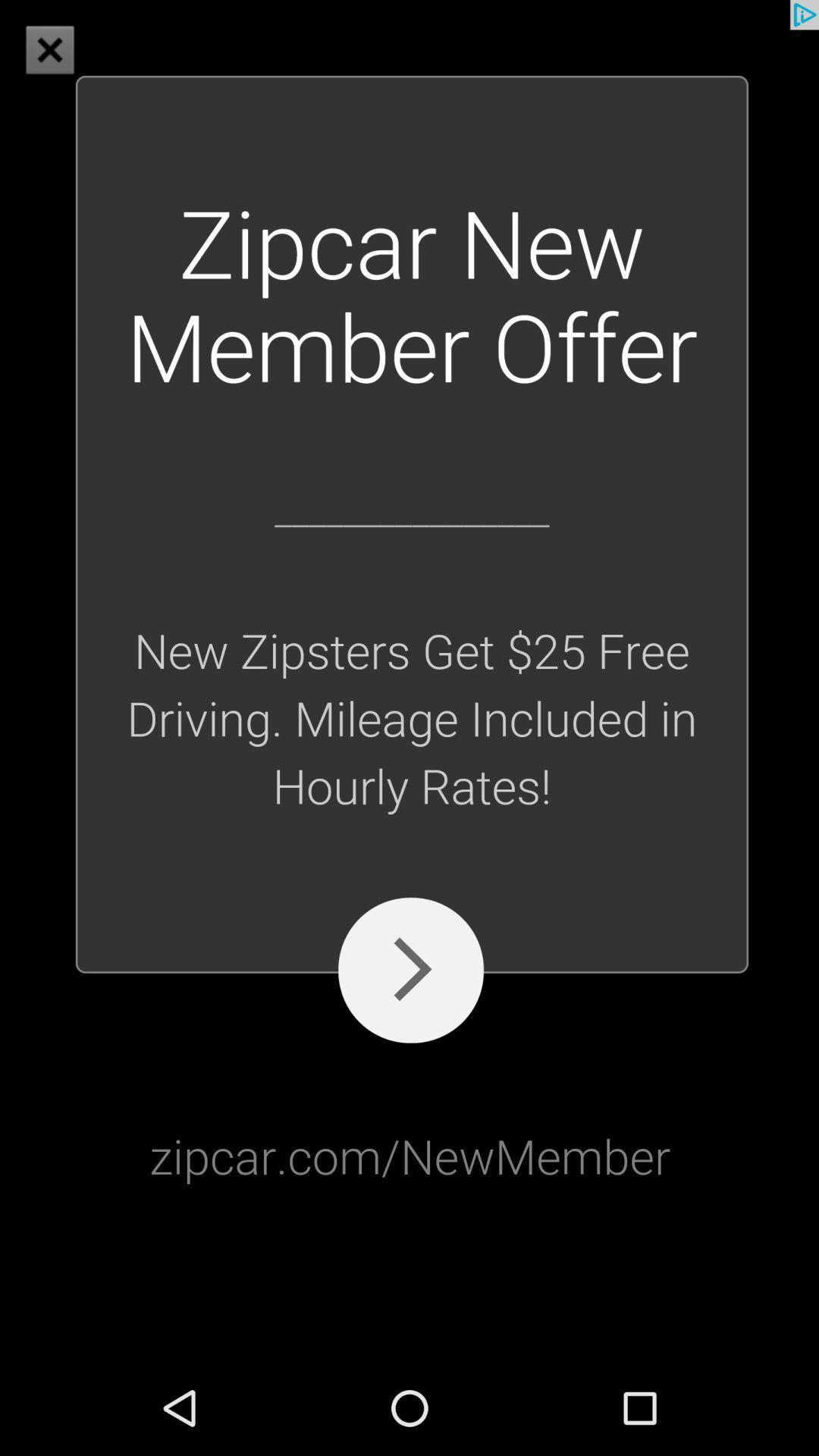 The width and height of the screenshot is (819, 1456). I want to click on the close icon, so click(49, 53).